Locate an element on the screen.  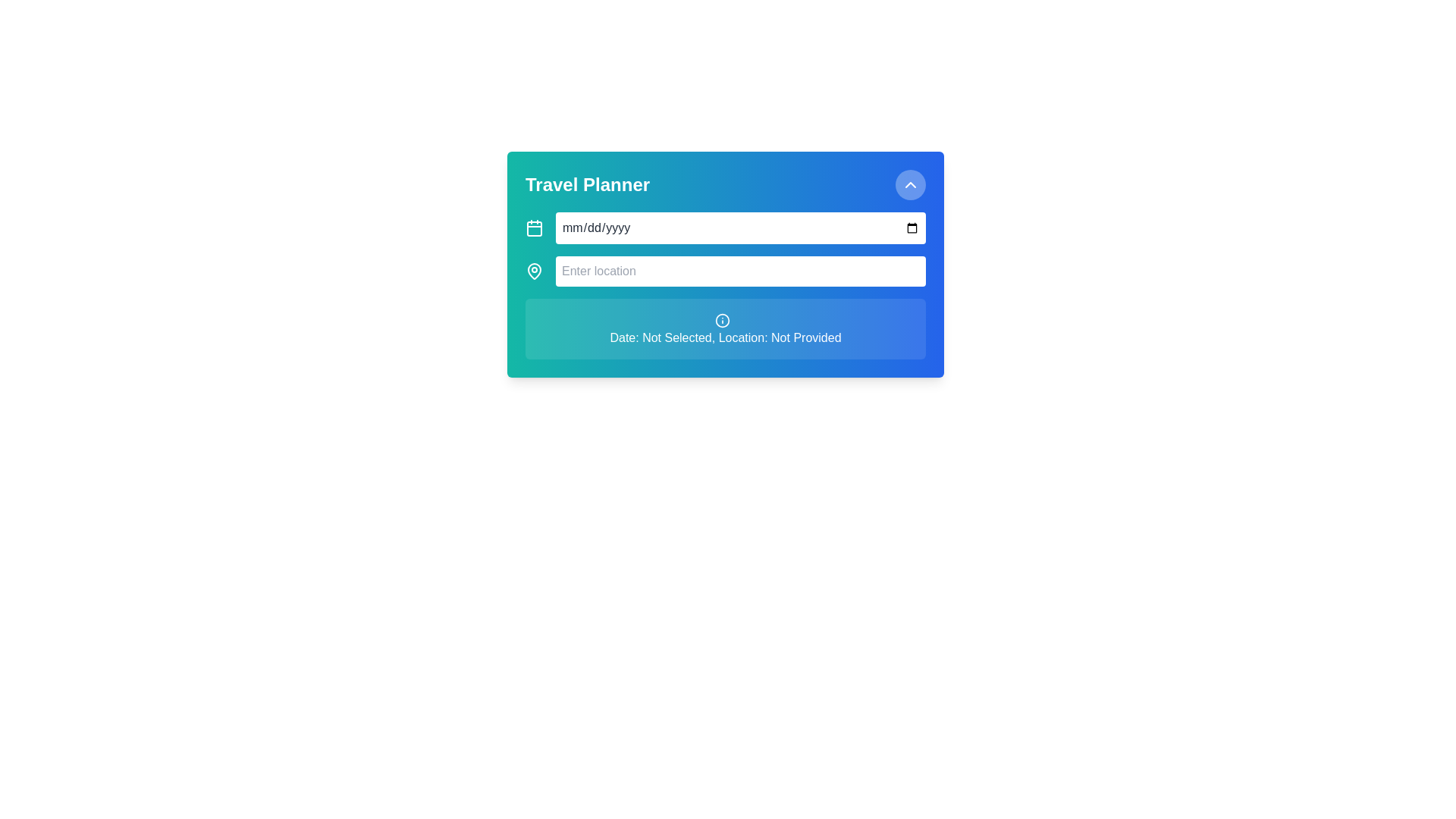
the Date input field located in the 'Travel Planner' UI component to focus and enter a date is located at coordinates (724, 227).